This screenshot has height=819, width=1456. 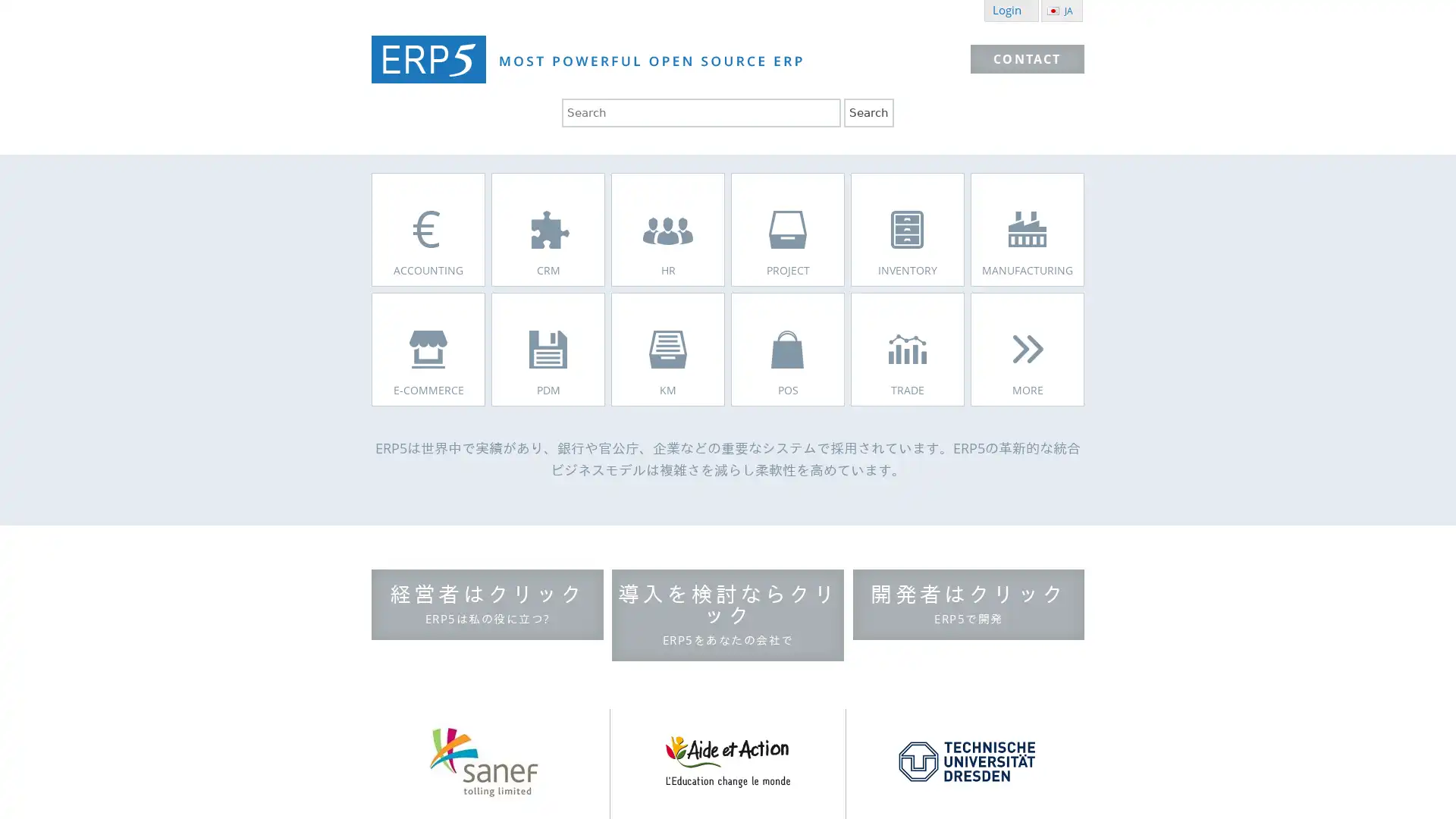 I want to click on Search, so click(x=869, y=112).